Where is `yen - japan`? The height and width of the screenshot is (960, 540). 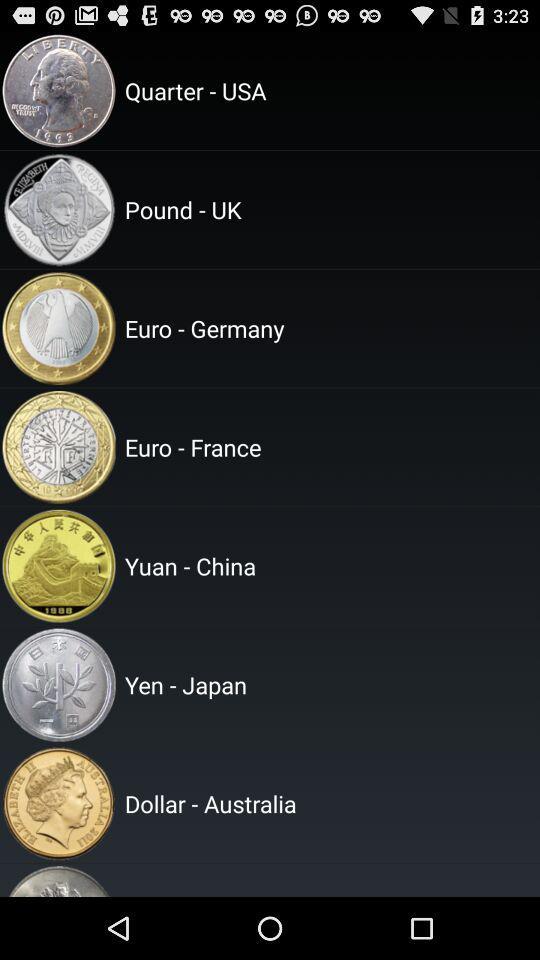
yen - japan is located at coordinates (329, 684).